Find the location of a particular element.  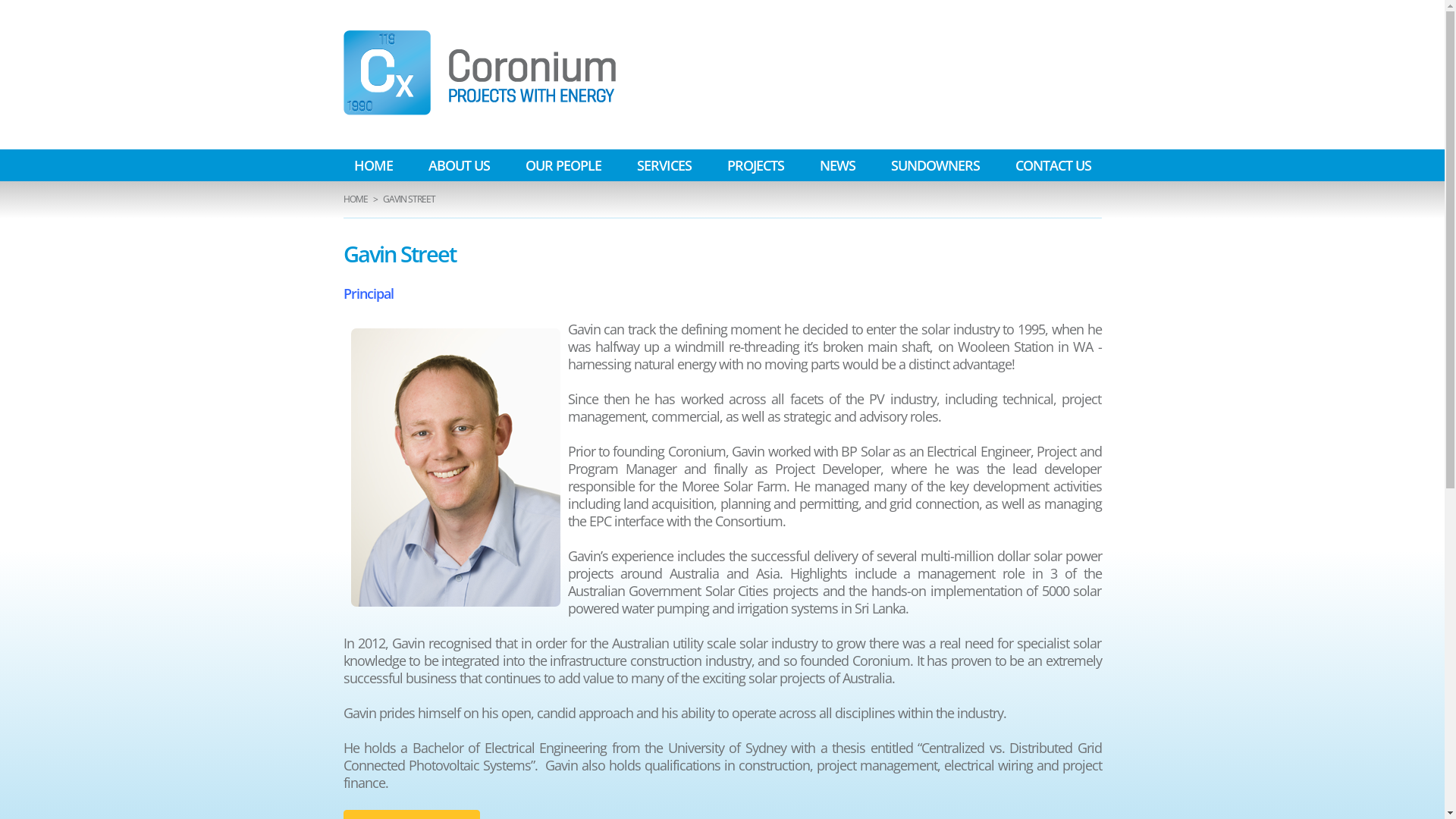

'SUNDOWNERS' is located at coordinates (934, 165).